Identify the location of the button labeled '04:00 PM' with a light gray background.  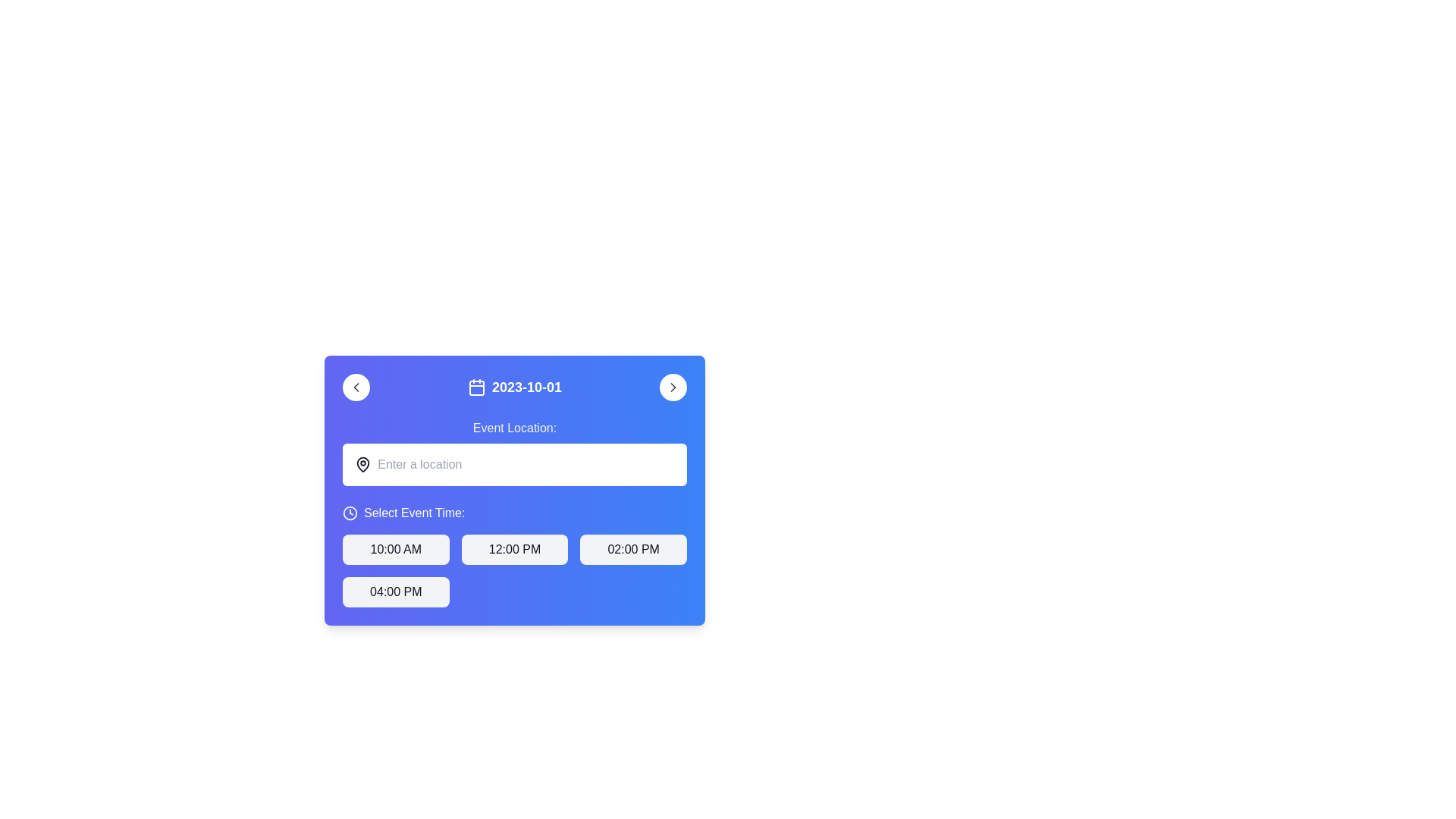
(396, 591).